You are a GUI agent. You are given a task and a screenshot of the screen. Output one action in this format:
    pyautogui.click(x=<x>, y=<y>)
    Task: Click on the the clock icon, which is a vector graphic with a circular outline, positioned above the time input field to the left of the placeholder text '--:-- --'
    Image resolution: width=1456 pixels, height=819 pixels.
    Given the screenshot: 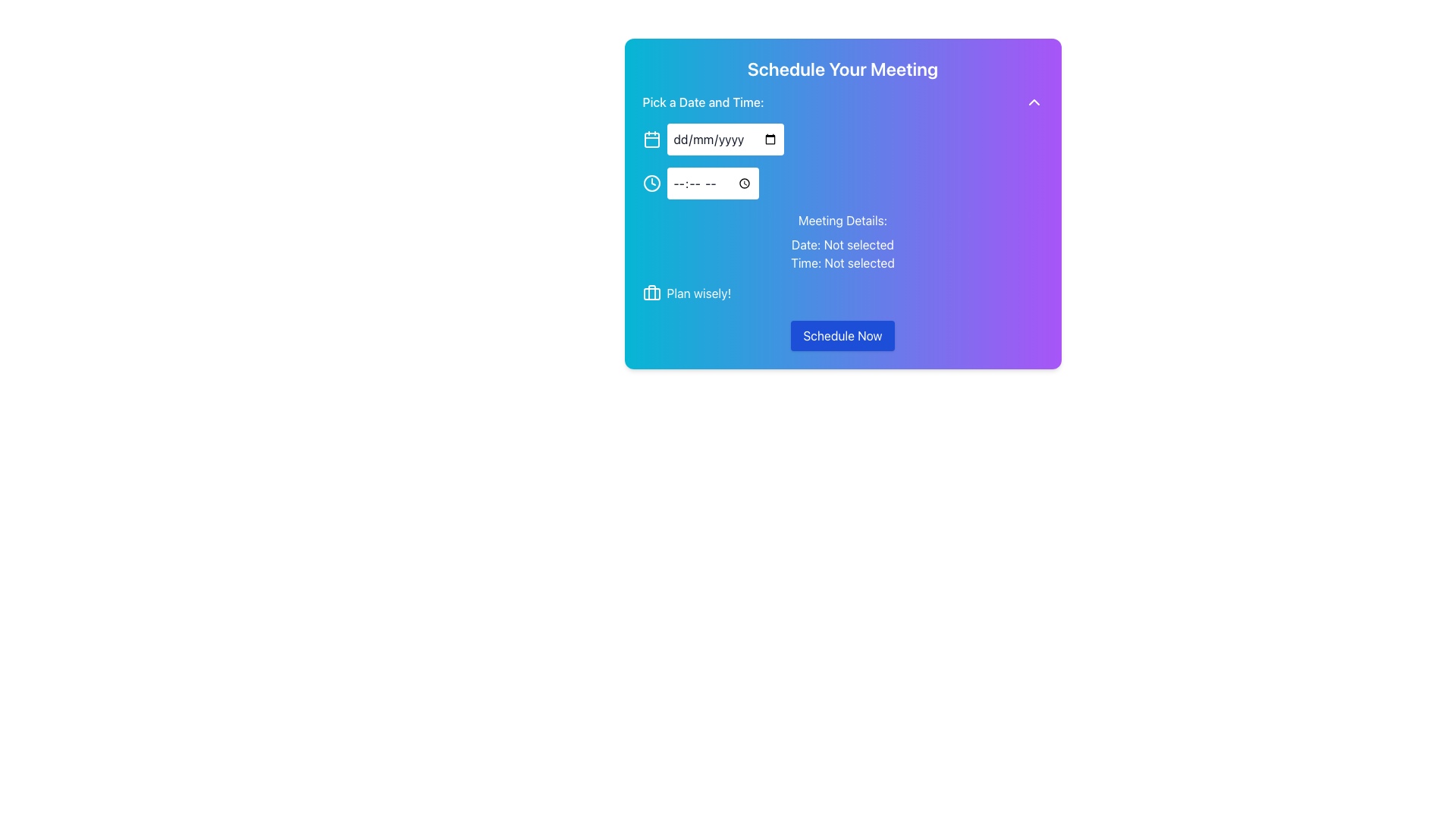 What is the action you would take?
    pyautogui.click(x=651, y=183)
    